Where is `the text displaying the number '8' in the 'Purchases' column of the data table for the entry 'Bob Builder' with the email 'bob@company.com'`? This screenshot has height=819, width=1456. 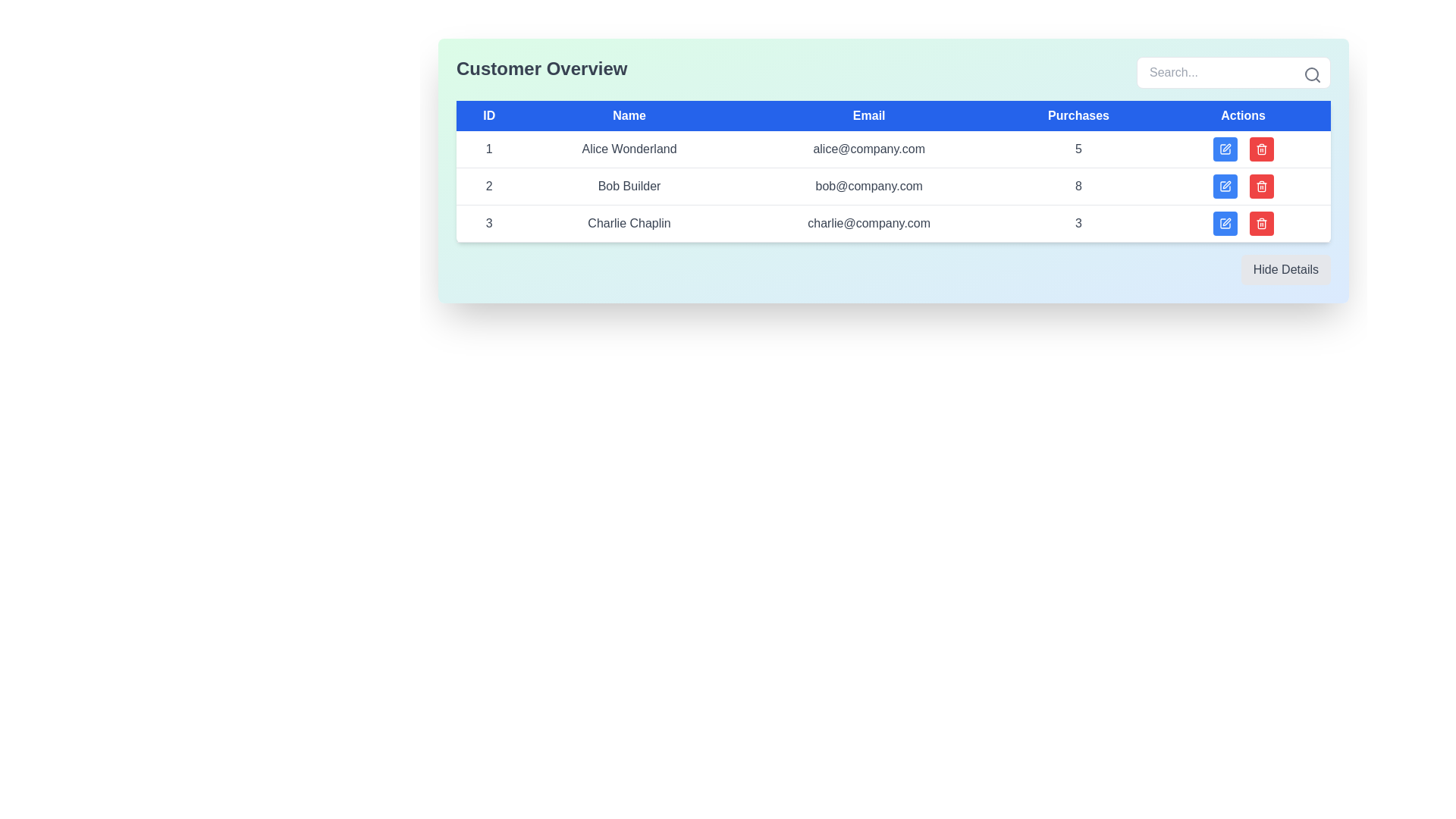
the text displaying the number '8' in the 'Purchases' column of the data table for the entry 'Bob Builder' with the email 'bob@company.com' is located at coordinates (1078, 186).